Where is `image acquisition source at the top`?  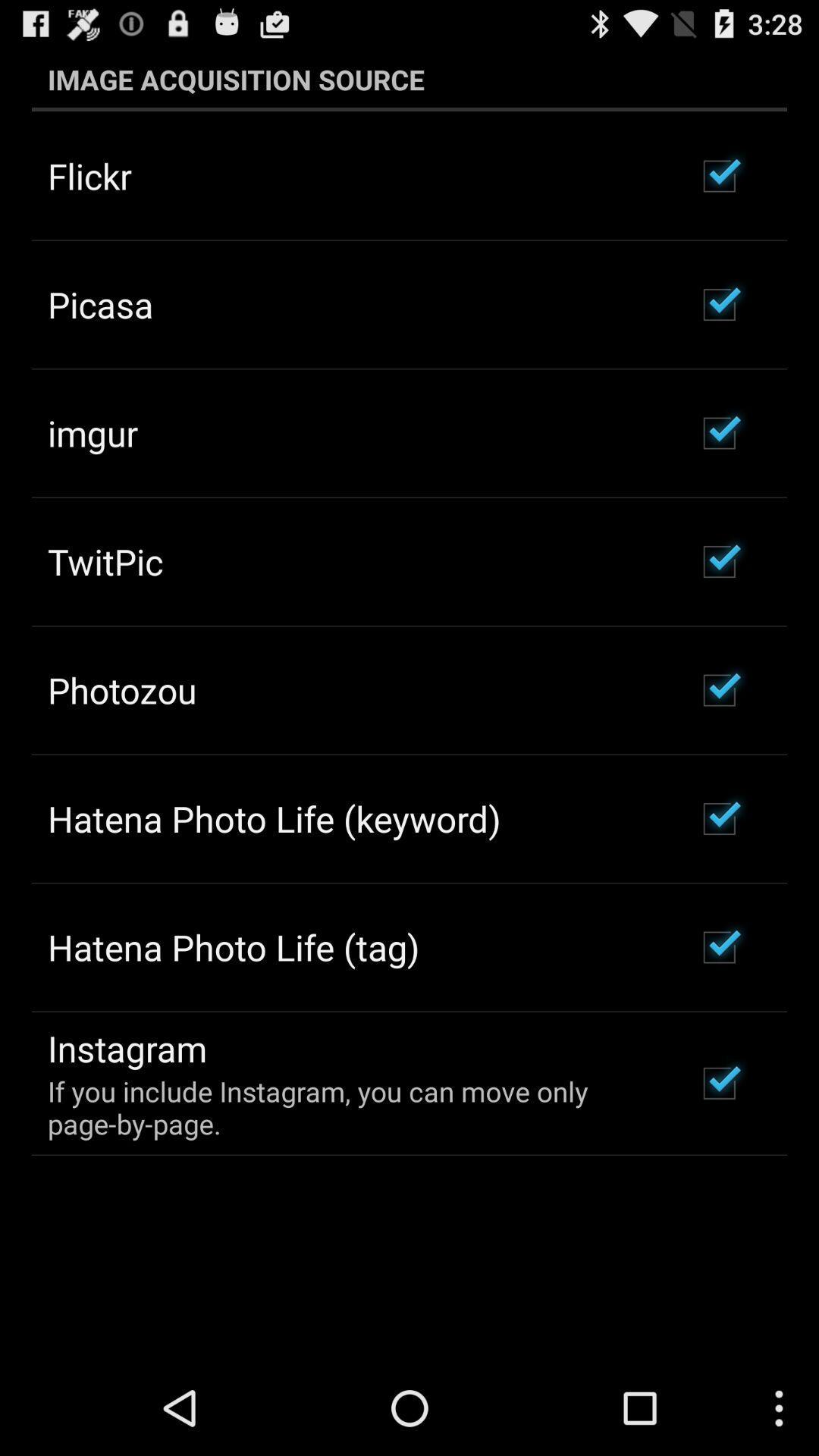
image acquisition source at the top is located at coordinates (409, 79).